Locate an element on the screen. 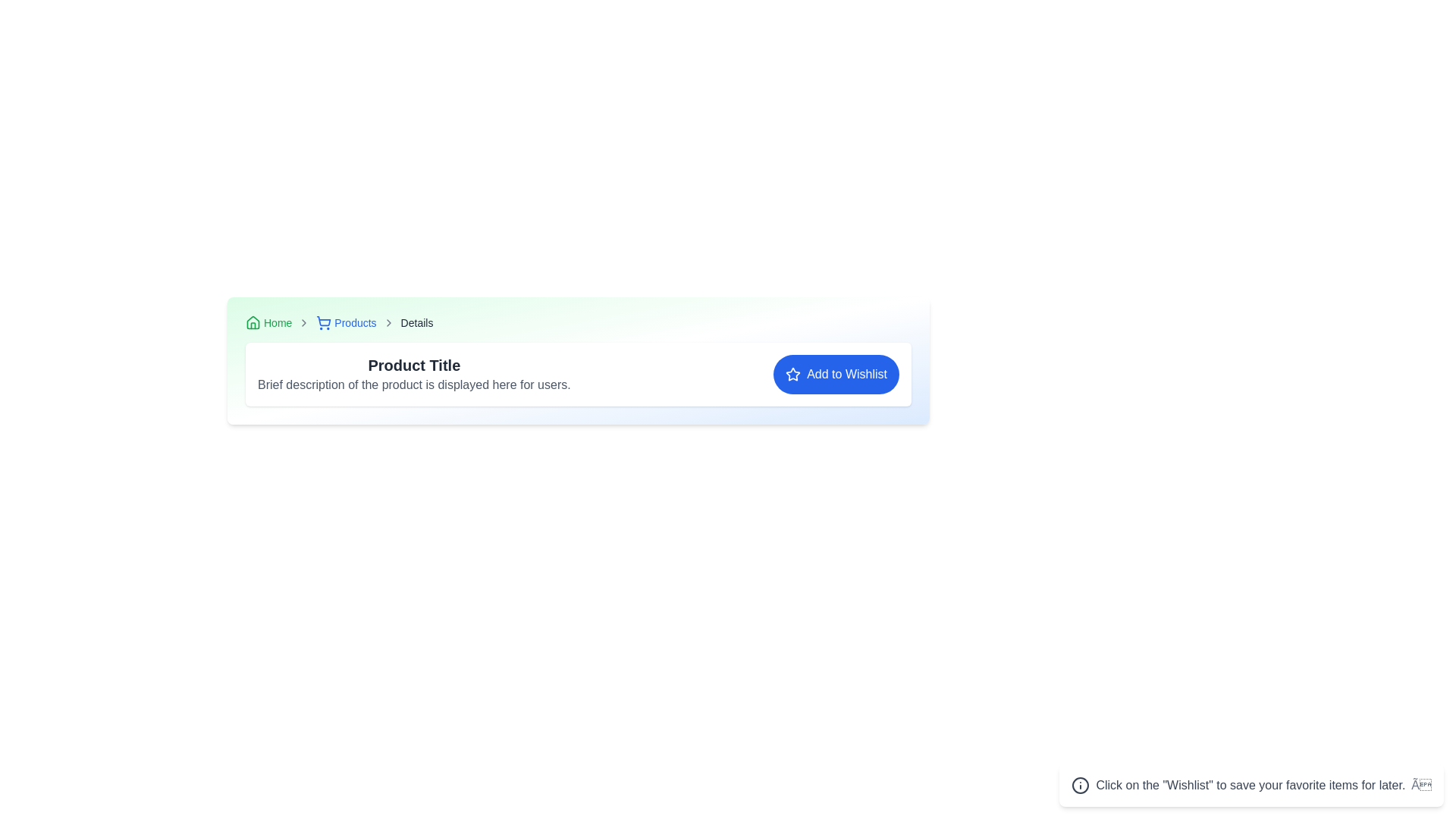 The image size is (1456, 819). the Breadcrumb navigation bar located at the top of the card-like section is located at coordinates (578, 322).